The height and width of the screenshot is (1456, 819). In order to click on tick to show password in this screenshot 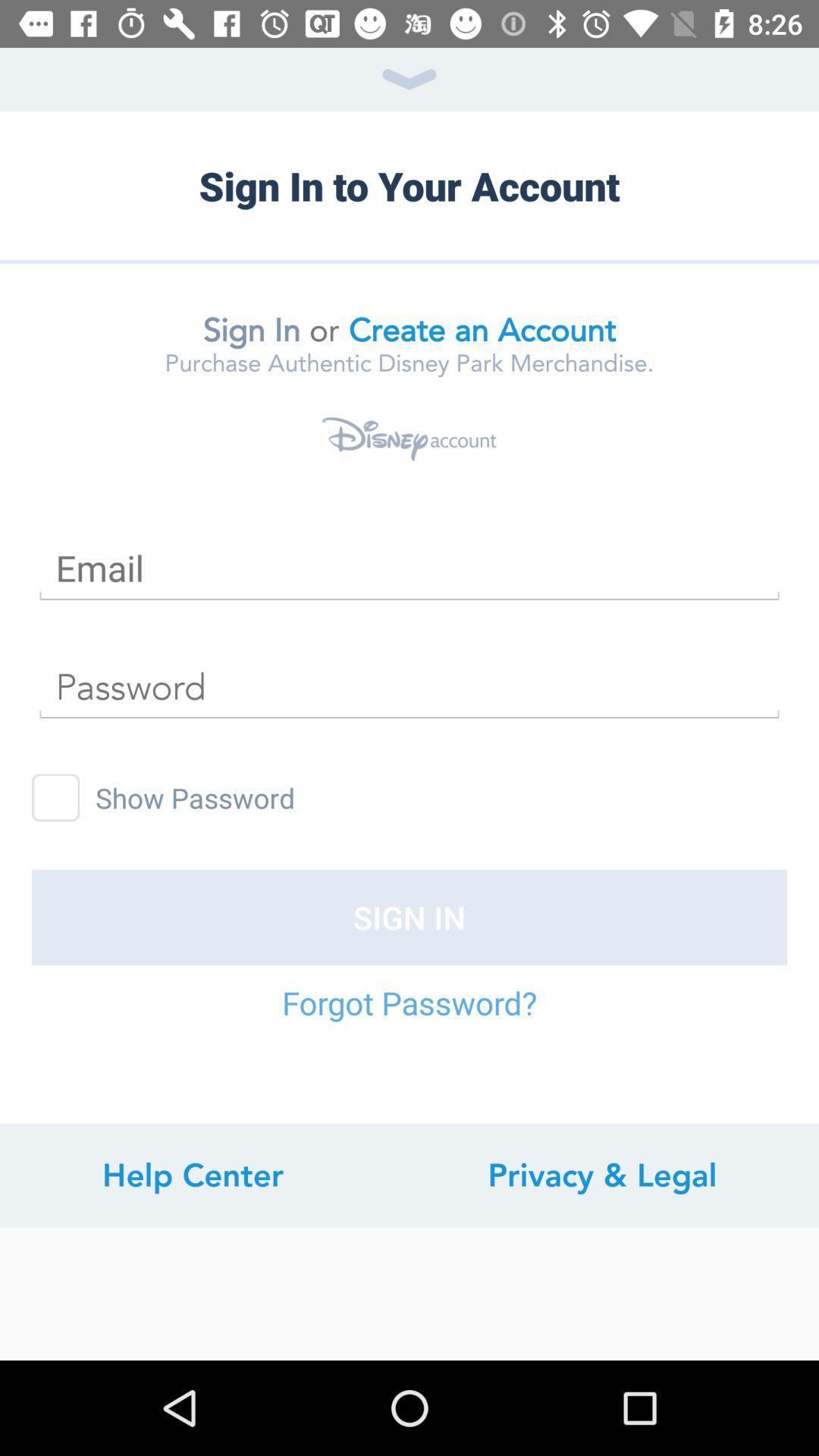, I will do `click(55, 797)`.